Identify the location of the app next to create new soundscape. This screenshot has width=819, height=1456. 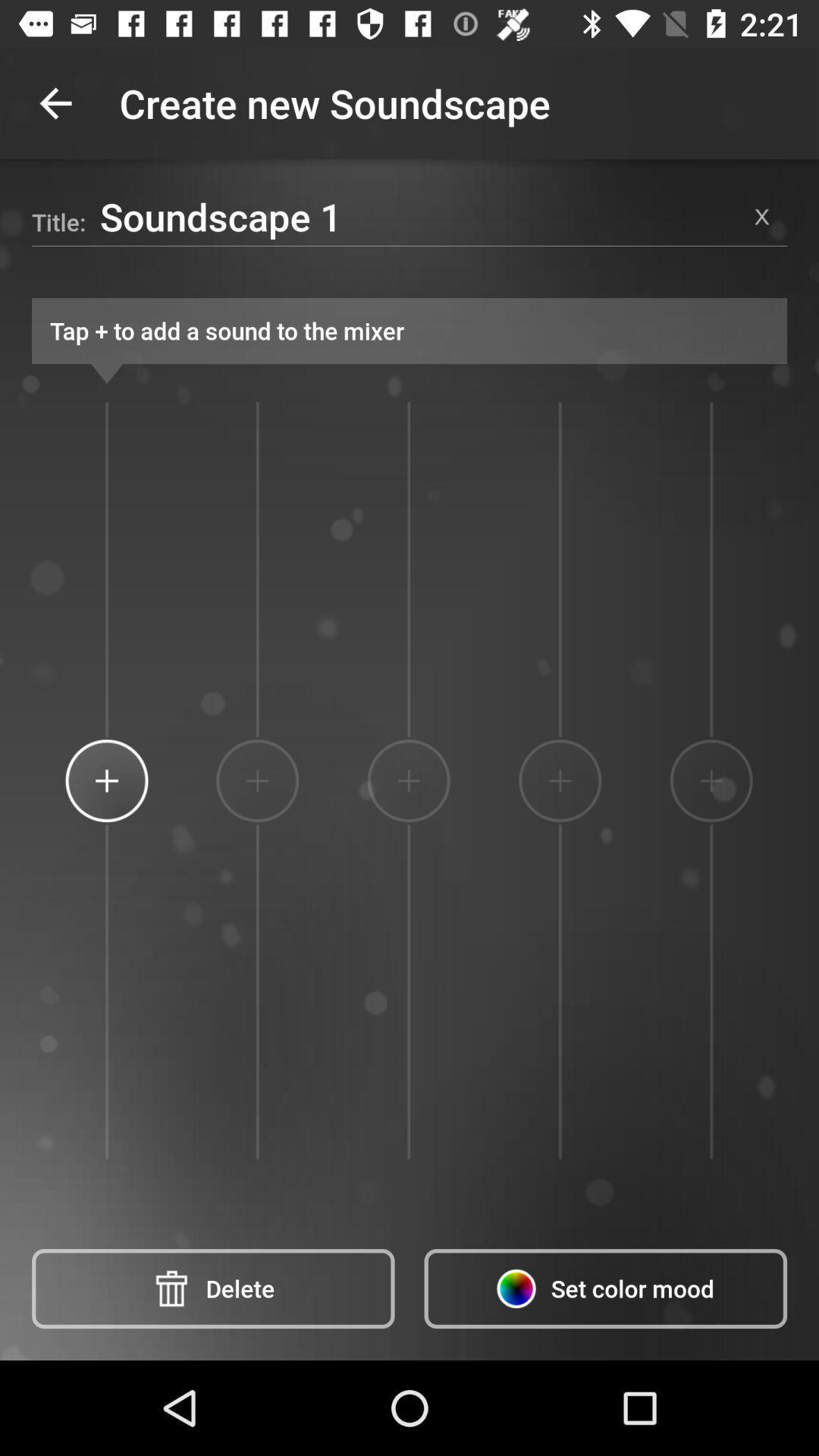
(55, 102).